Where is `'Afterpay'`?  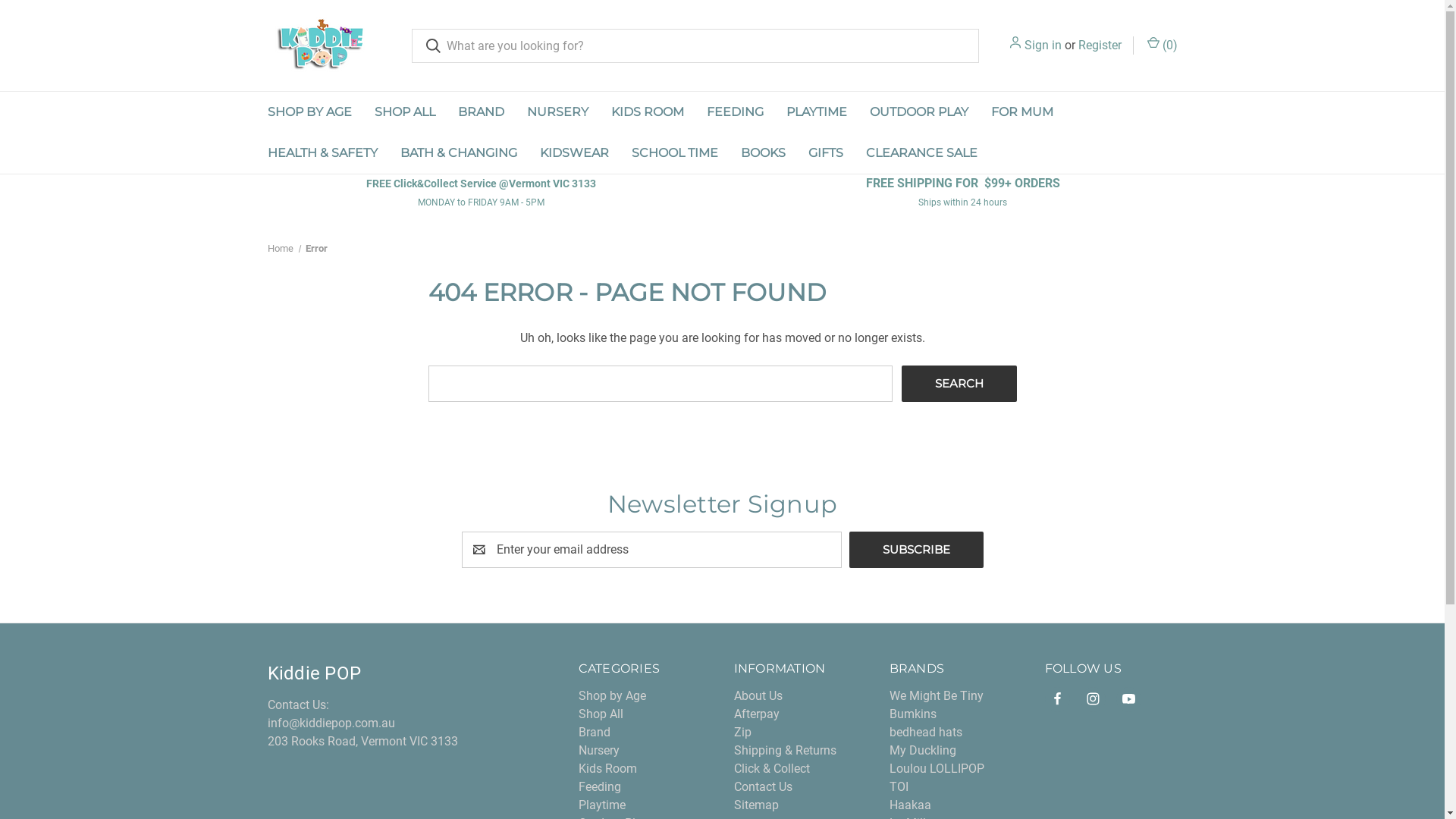
'Afterpay' is located at coordinates (734, 714).